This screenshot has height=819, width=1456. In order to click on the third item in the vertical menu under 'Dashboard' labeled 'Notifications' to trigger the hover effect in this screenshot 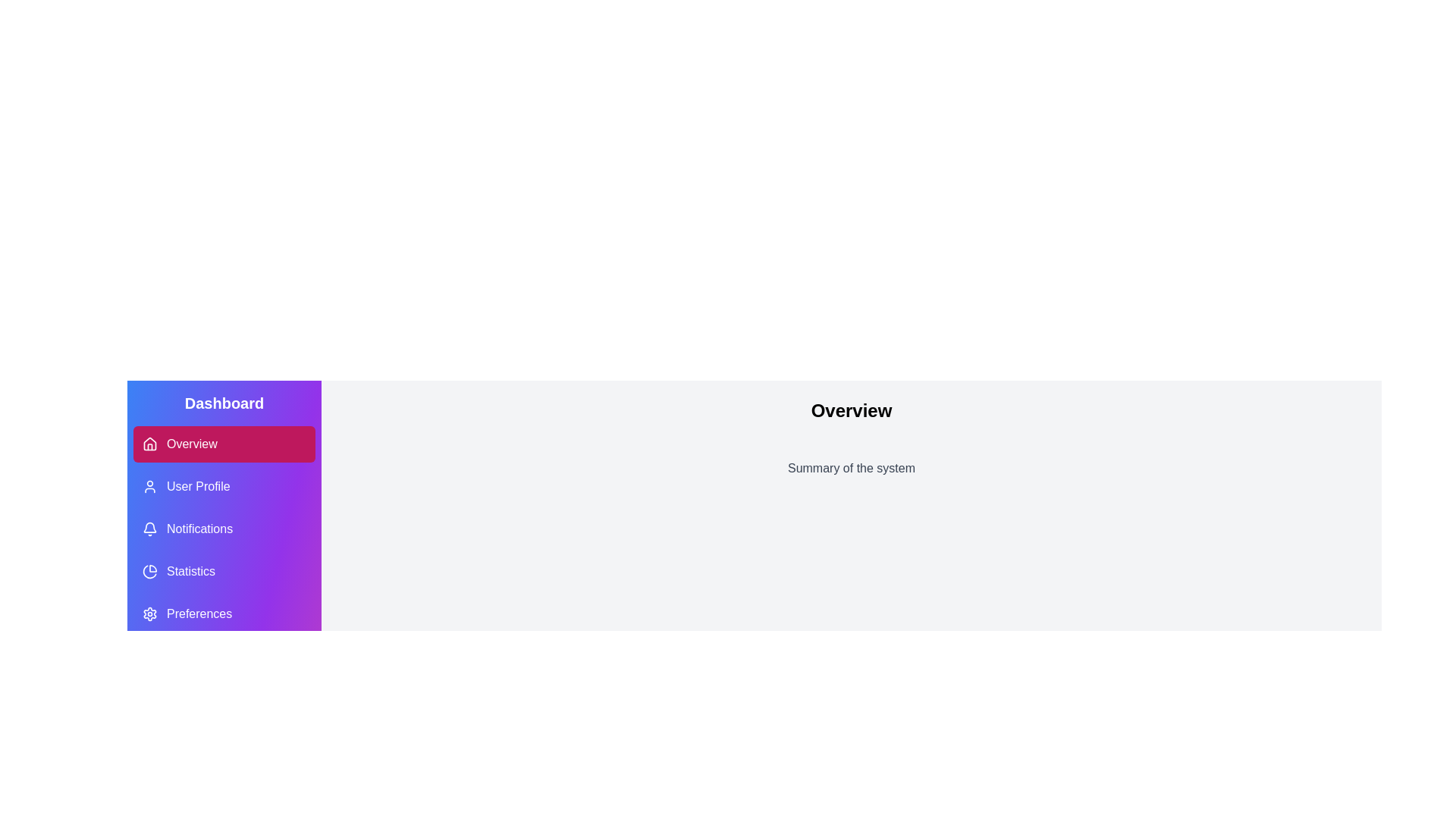, I will do `click(224, 529)`.